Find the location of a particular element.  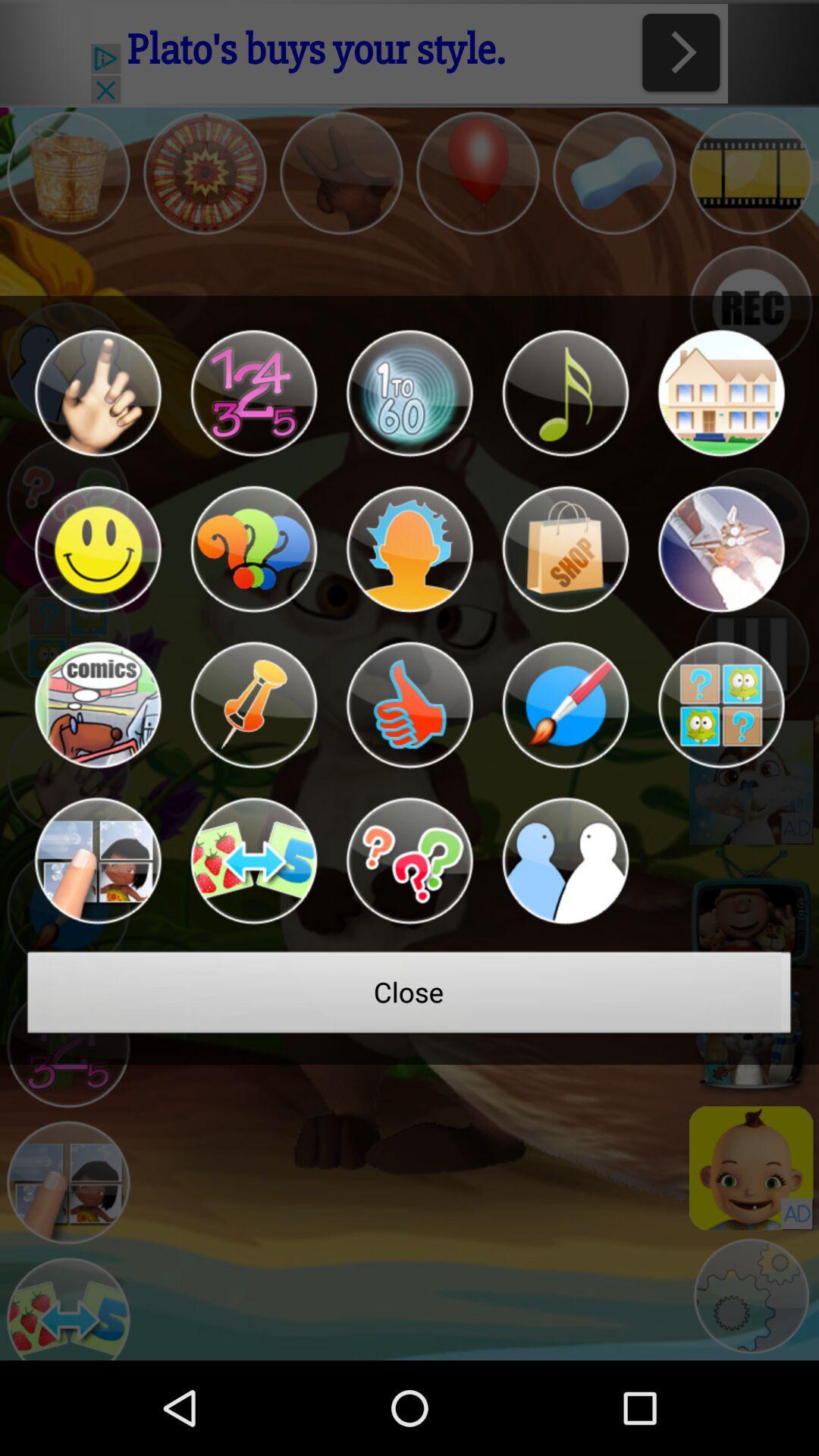

the music icon is located at coordinates (565, 421).